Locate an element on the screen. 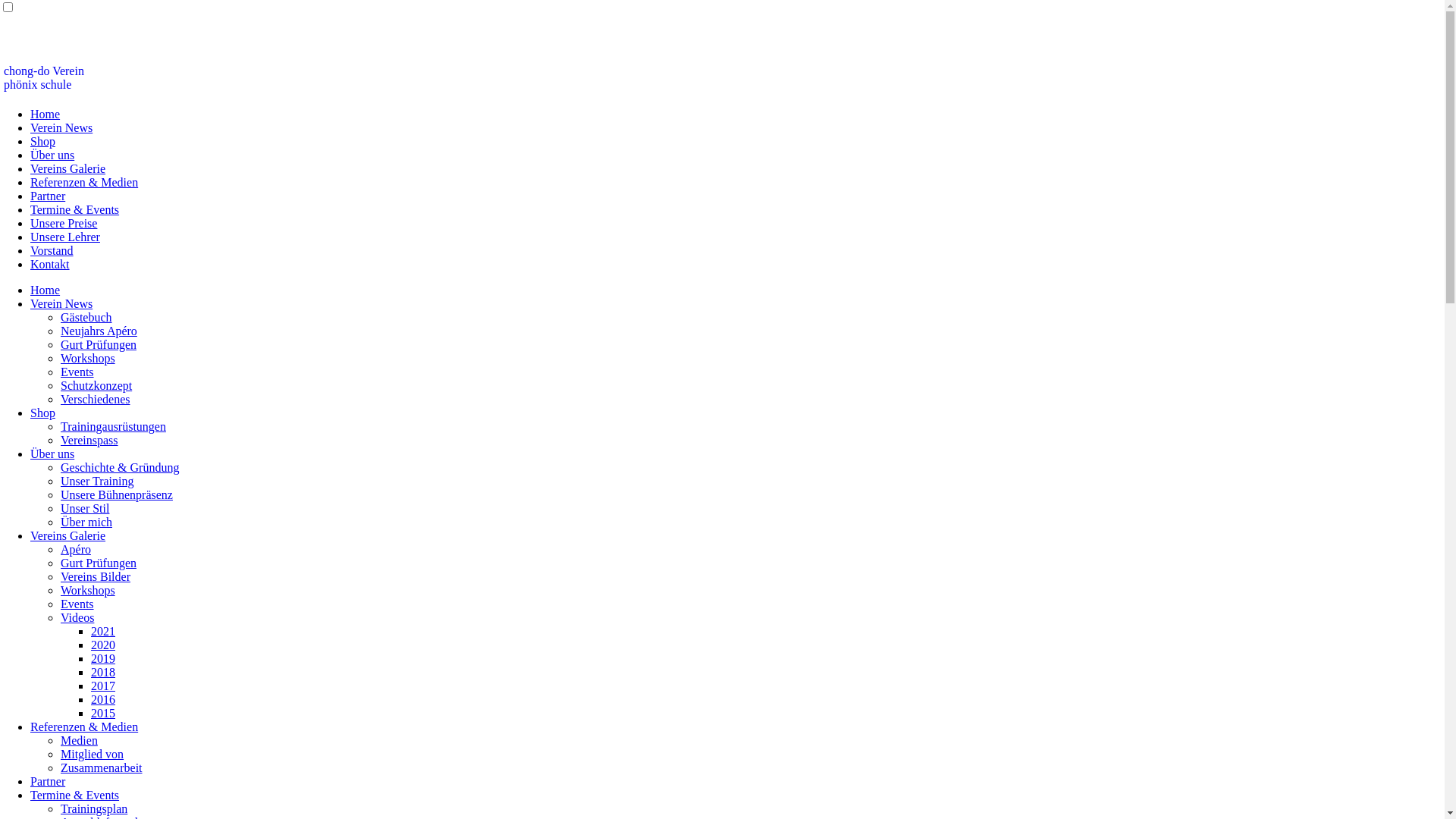 This screenshot has height=819, width=1456. 'Vorstand' is located at coordinates (52, 249).